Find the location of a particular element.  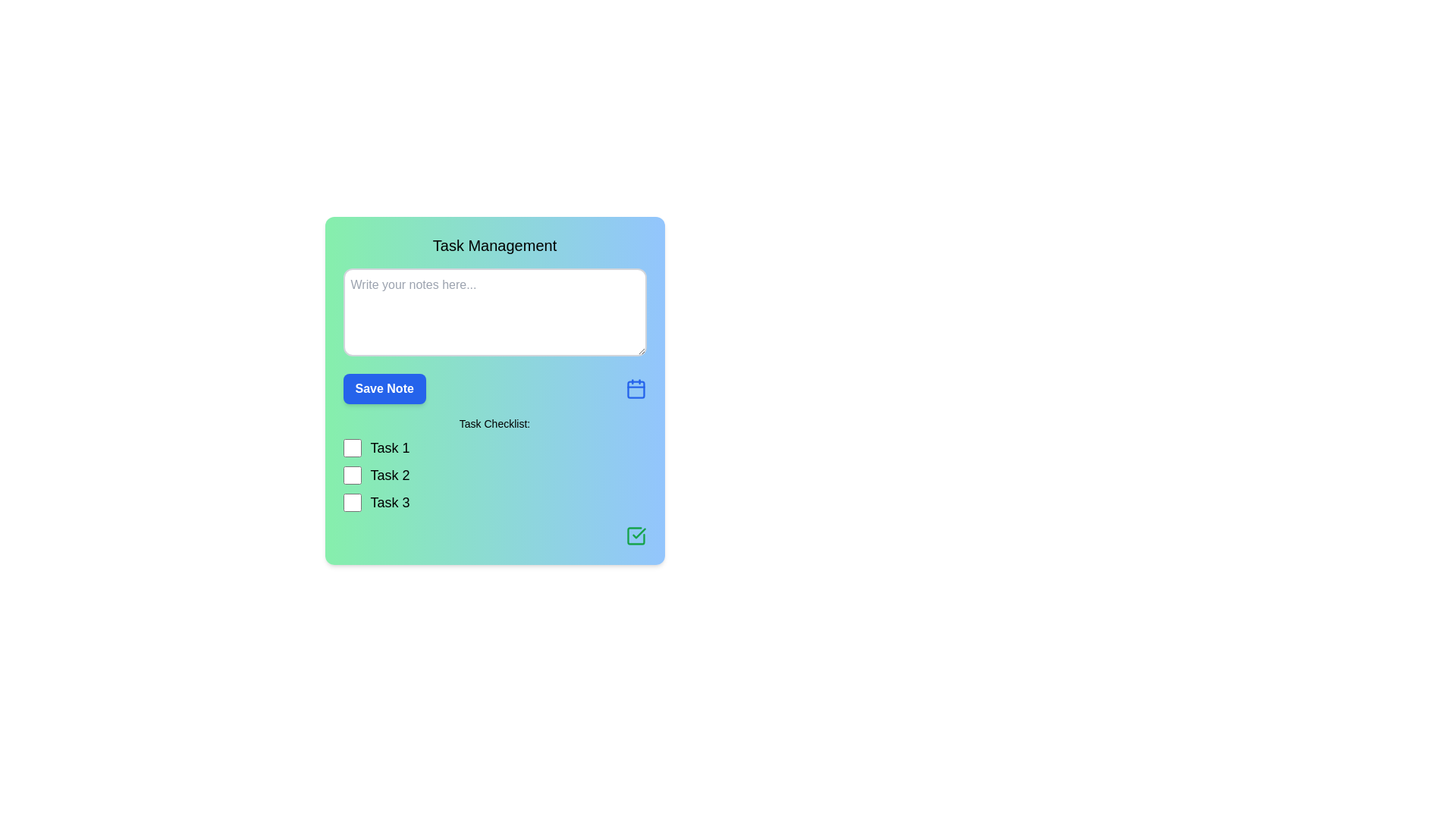

descriptive Text label located in the 'Task Management' panel, positioned above the checkboxes for tasks 1 through 3 is located at coordinates (494, 424).